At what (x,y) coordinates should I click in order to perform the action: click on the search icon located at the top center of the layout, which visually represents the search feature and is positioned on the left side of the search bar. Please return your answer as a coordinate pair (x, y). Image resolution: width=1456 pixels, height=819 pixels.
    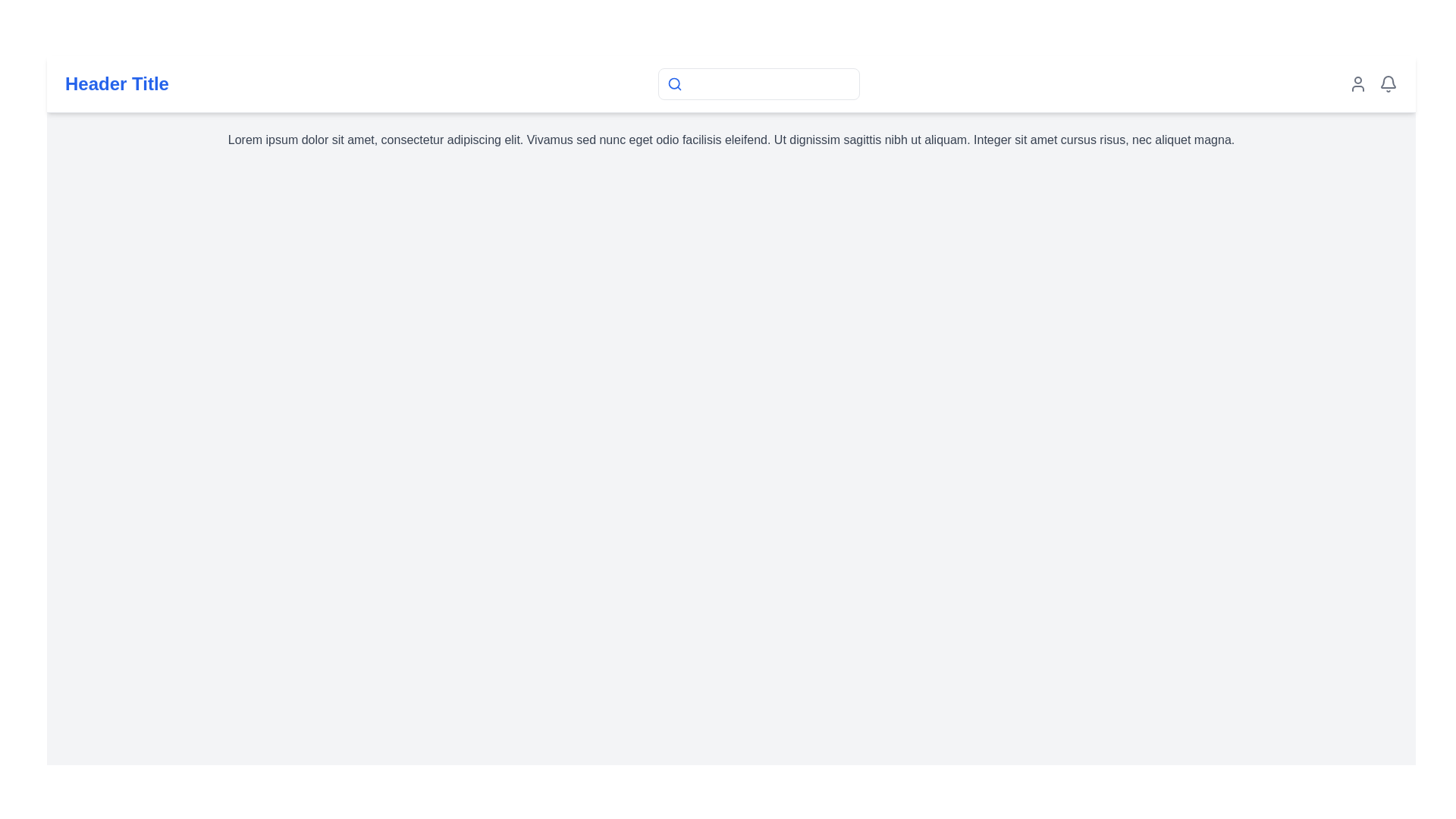
    Looking at the image, I should click on (673, 84).